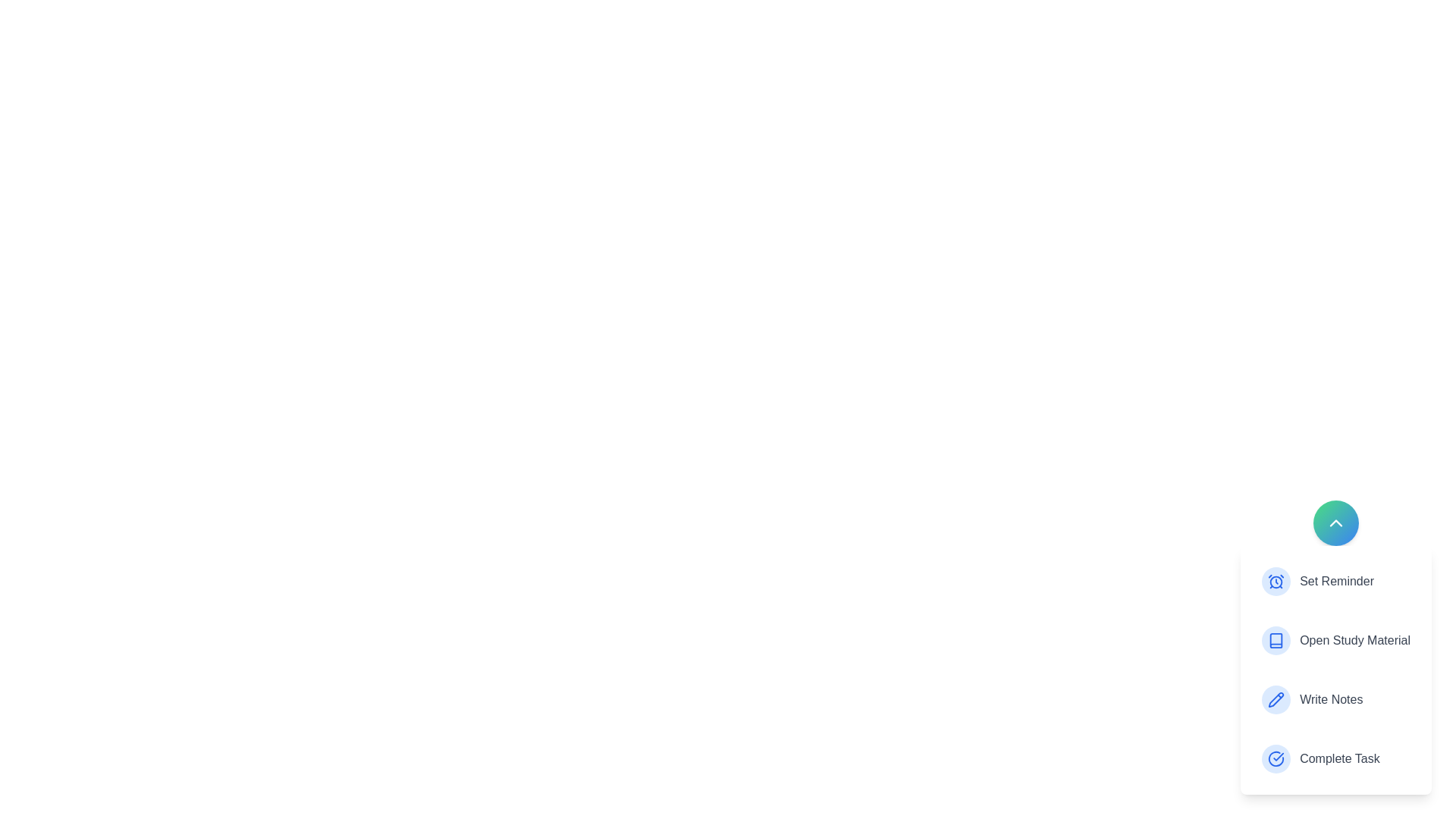 The image size is (1456, 819). What do you see at coordinates (1335, 522) in the screenshot?
I see `toggle button to close the menu` at bounding box center [1335, 522].